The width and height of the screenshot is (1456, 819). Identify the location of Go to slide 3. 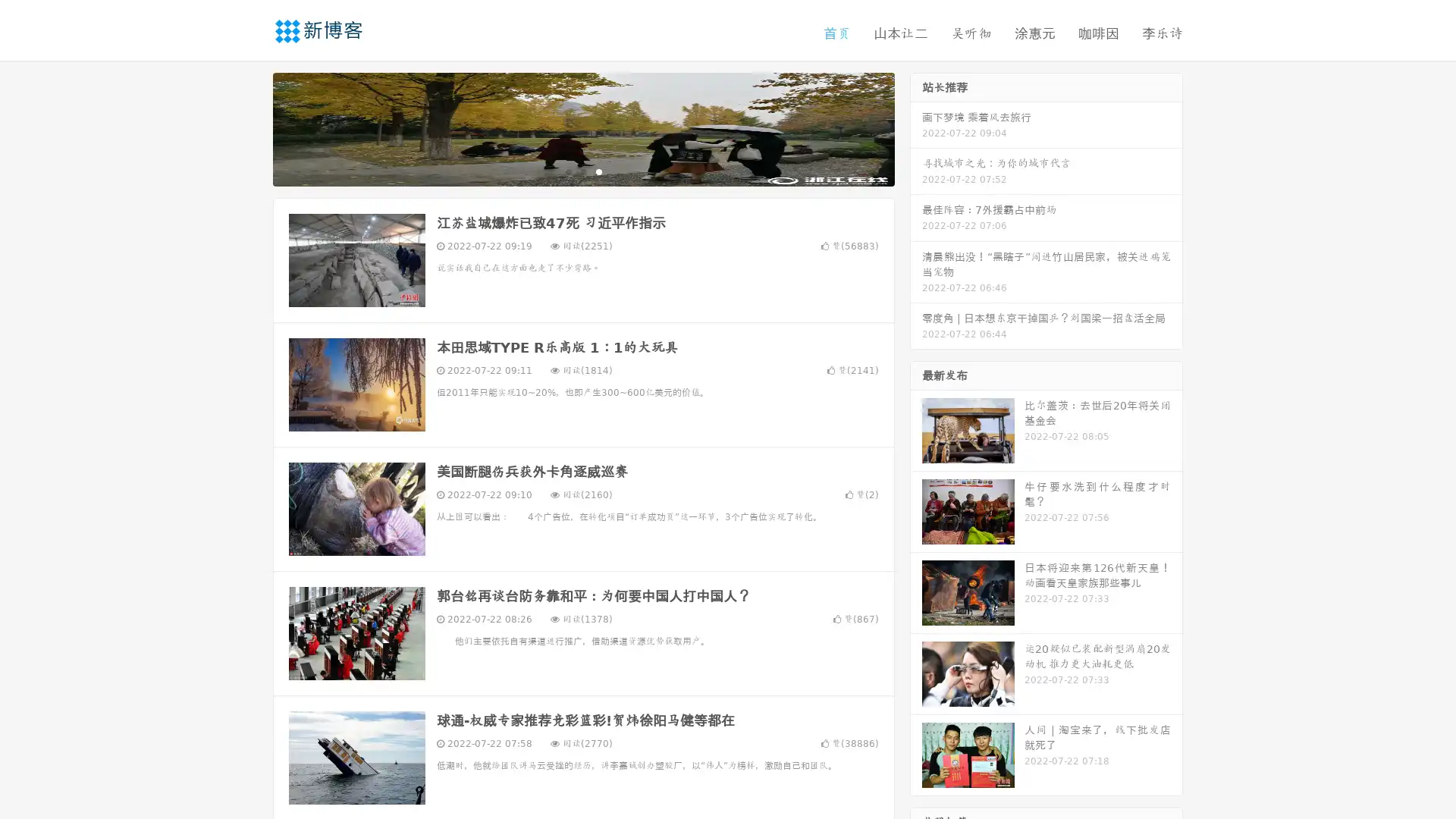
(598, 171).